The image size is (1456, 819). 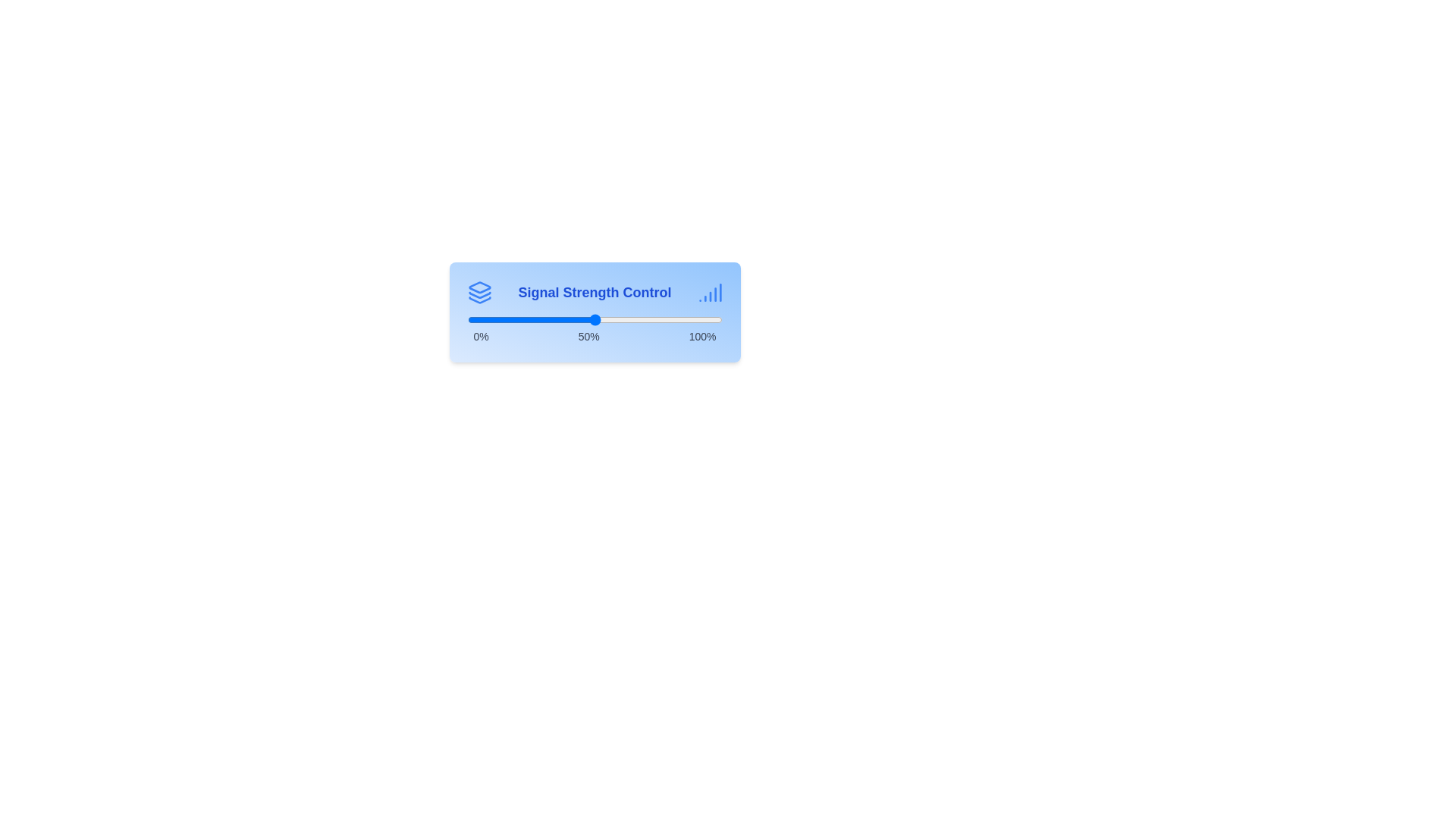 What do you see at coordinates (653, 318) in the screenshot?
I see `the signal strength slider to 73%` at bounding box center [653, 318].